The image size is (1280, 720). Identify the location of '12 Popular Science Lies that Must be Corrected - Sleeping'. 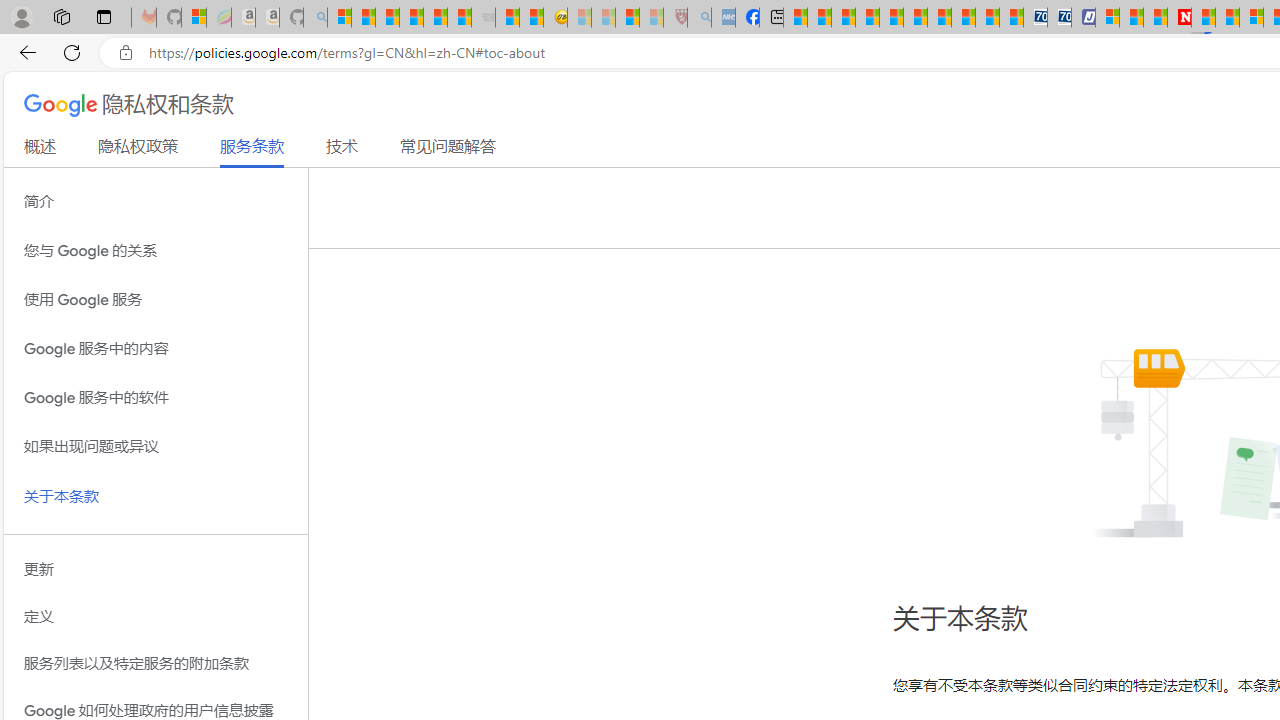
(651, 17).